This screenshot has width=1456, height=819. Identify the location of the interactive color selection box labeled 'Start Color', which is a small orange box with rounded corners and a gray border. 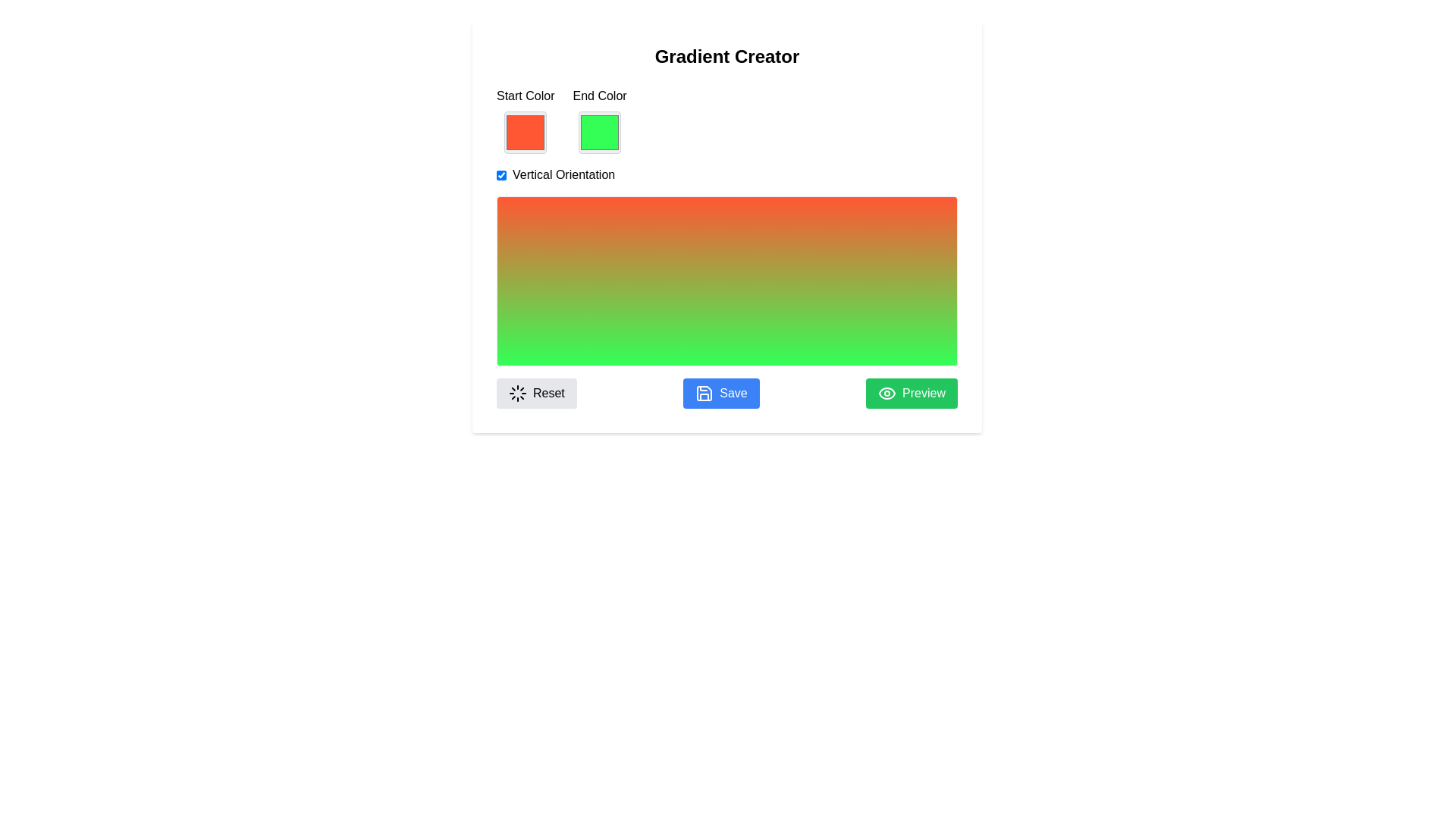
(526, 119).